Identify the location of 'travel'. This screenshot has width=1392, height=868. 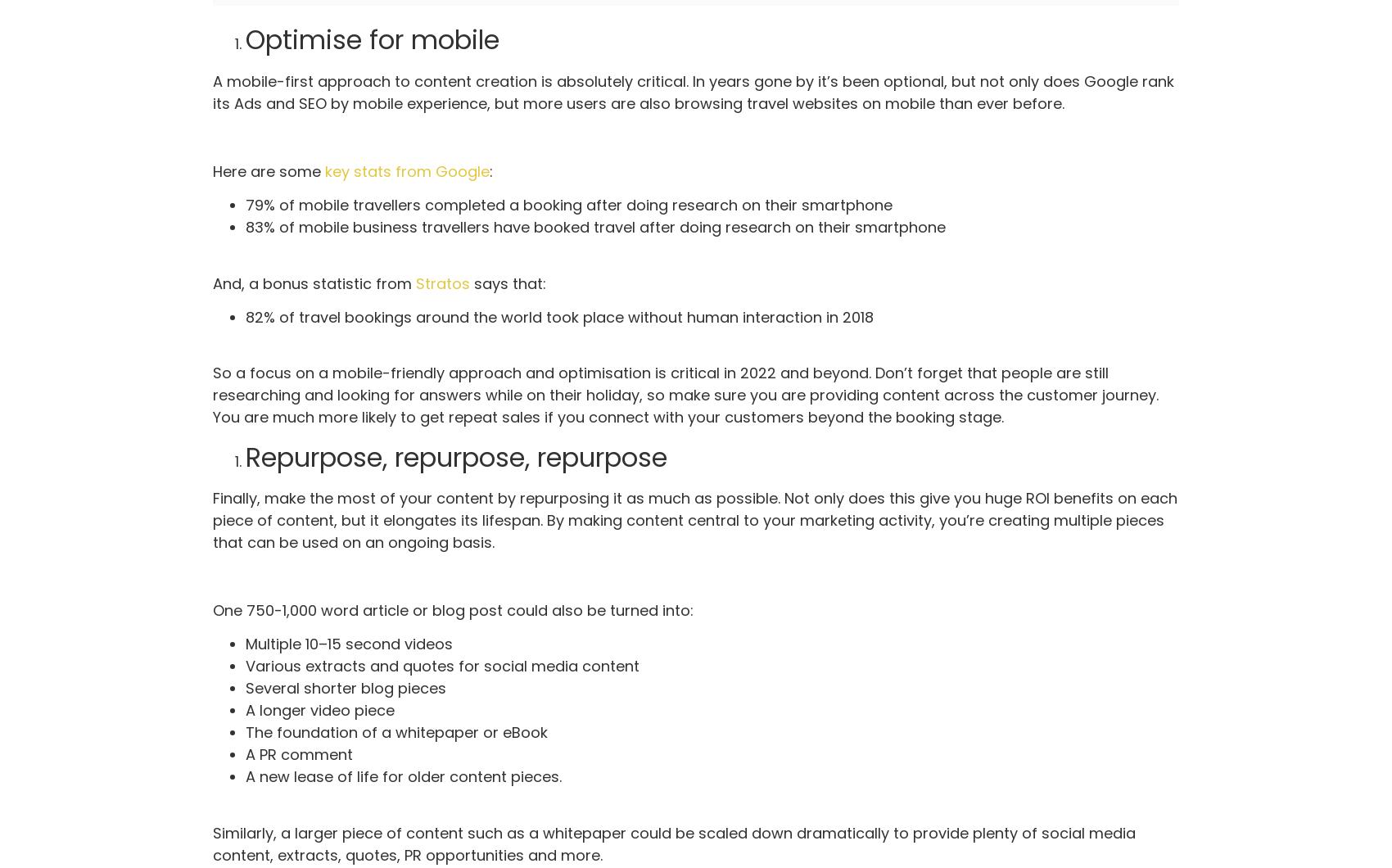
(767, 102).